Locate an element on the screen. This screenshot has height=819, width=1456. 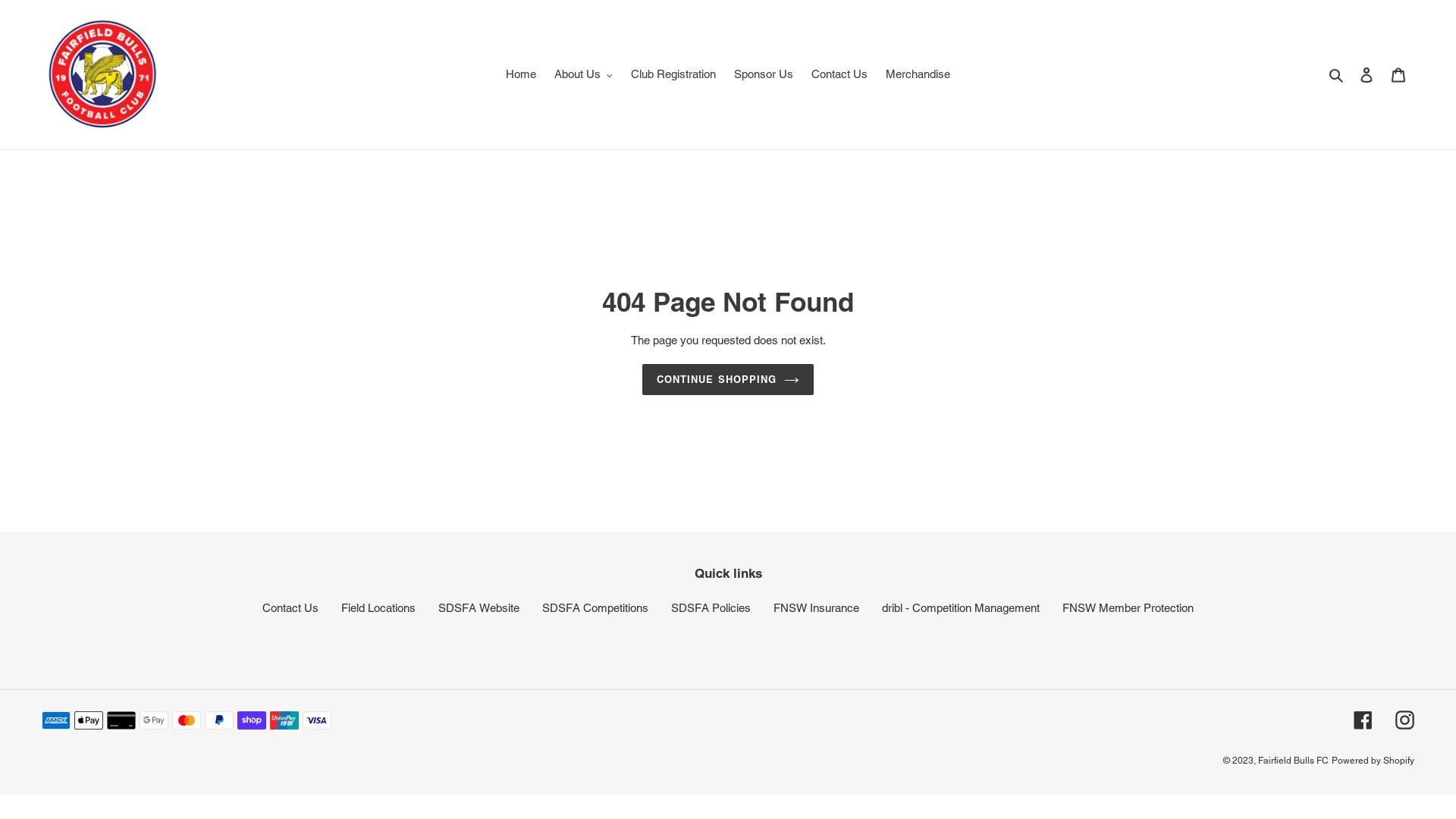
'Cart' is located at coordinates (1397, 74).